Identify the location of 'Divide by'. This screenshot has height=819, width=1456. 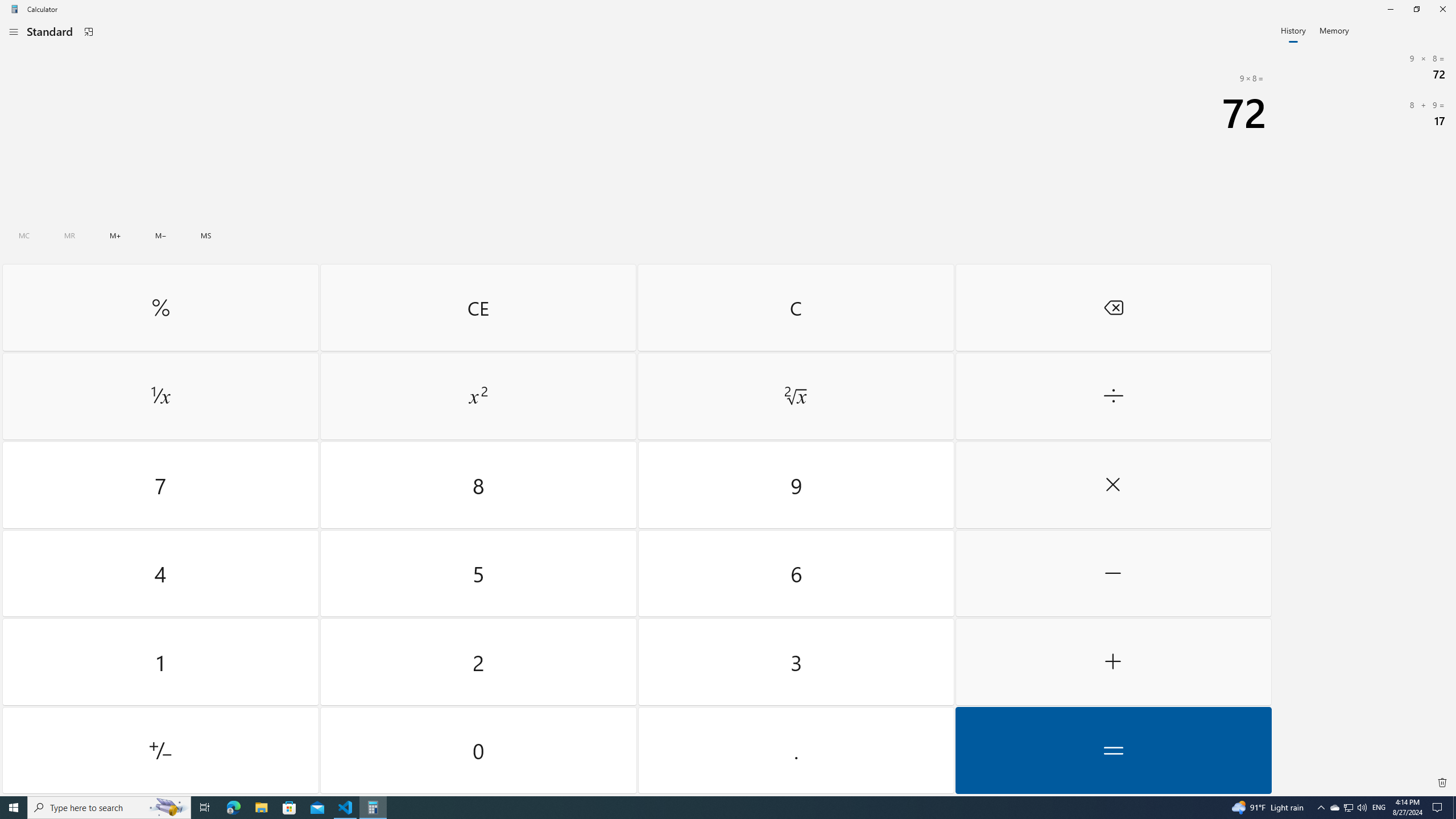
(1112, 396).